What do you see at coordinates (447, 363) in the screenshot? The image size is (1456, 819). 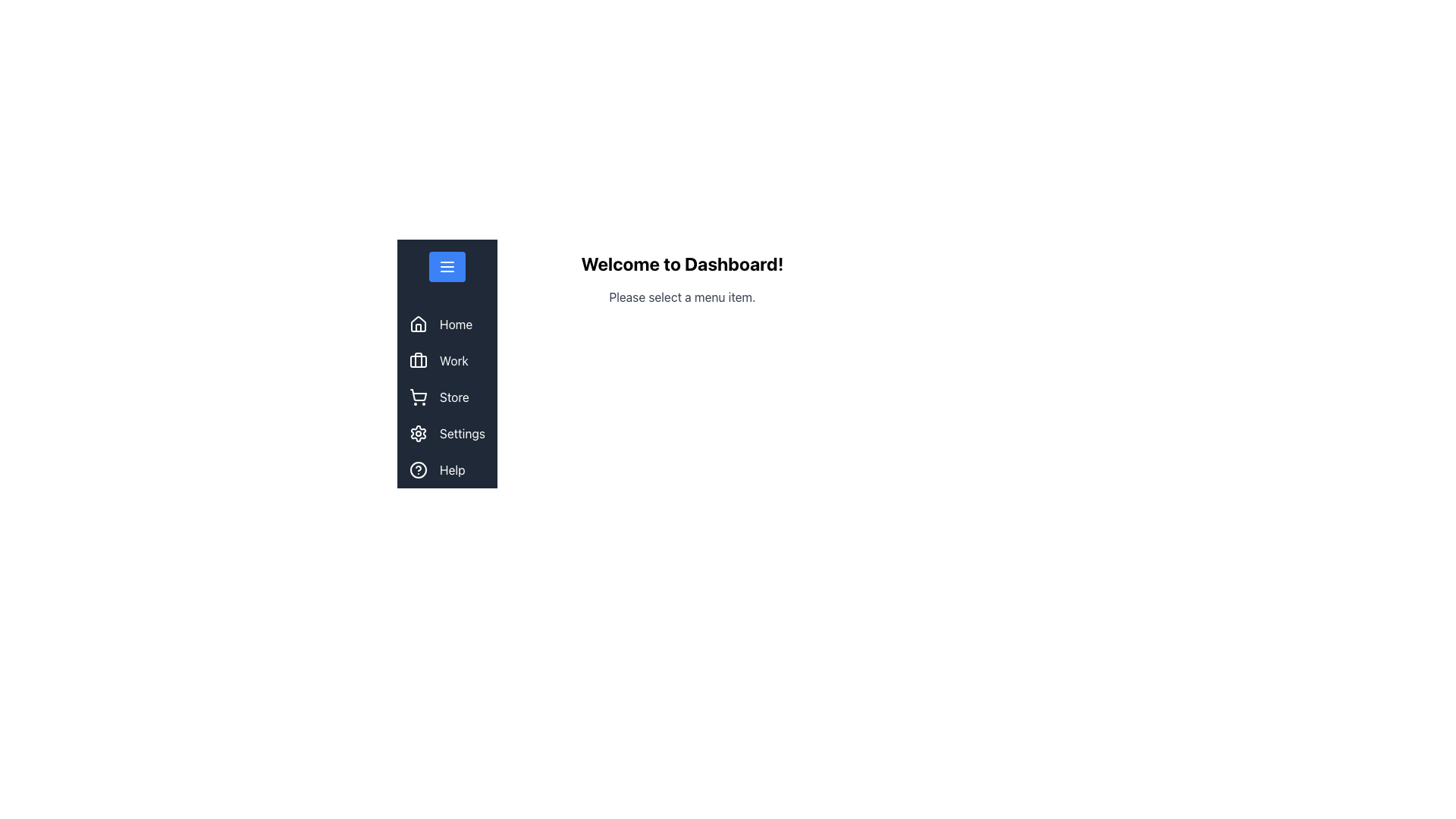 I see `the menu button located in the left navigation panel, which is the second item below the main toggle button` at bounding box center [447, 363].